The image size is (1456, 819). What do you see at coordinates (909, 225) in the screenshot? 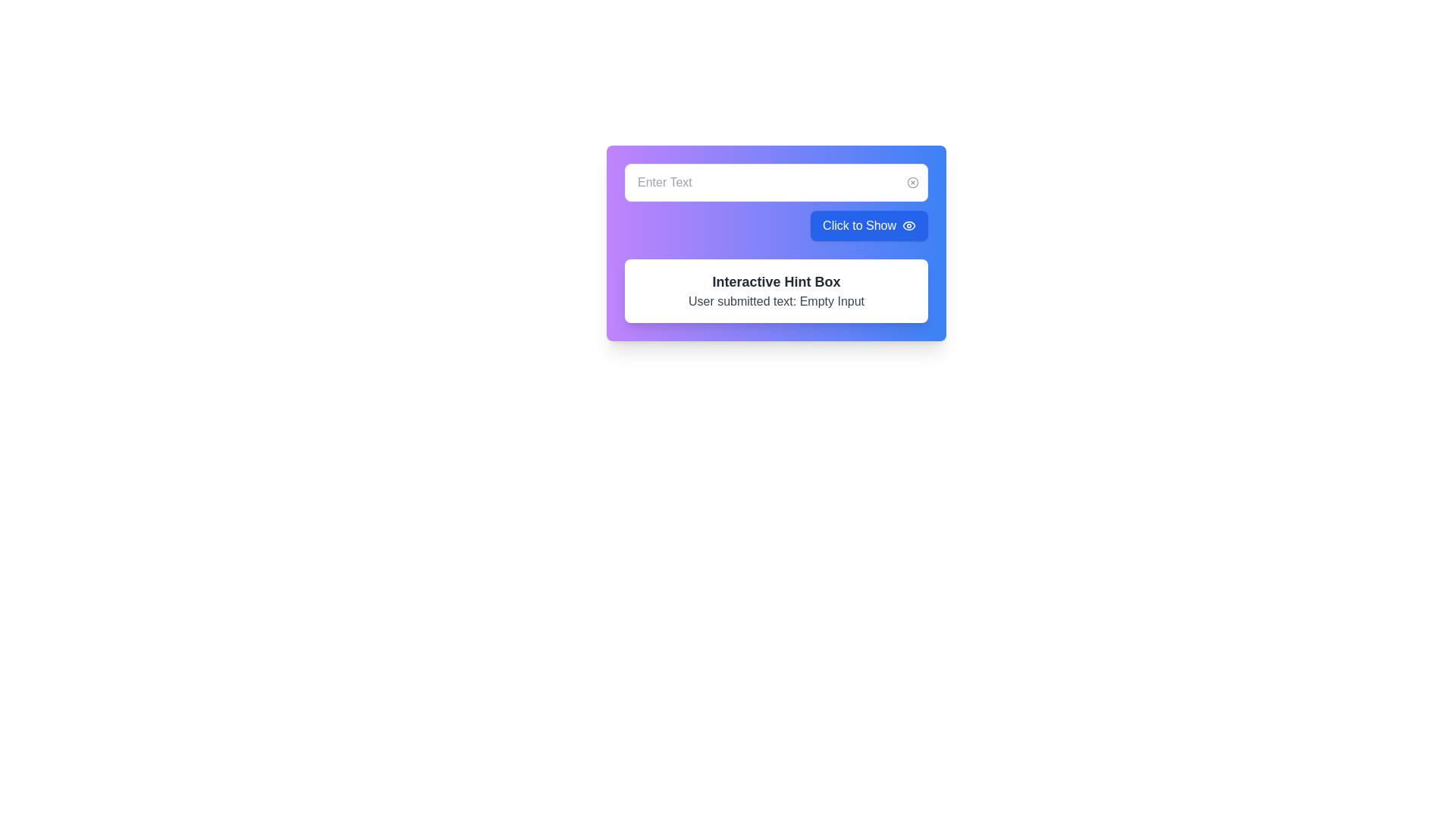
I see `the outer outline of the eye icon within the 'Click` at bounding box center [909, 225].